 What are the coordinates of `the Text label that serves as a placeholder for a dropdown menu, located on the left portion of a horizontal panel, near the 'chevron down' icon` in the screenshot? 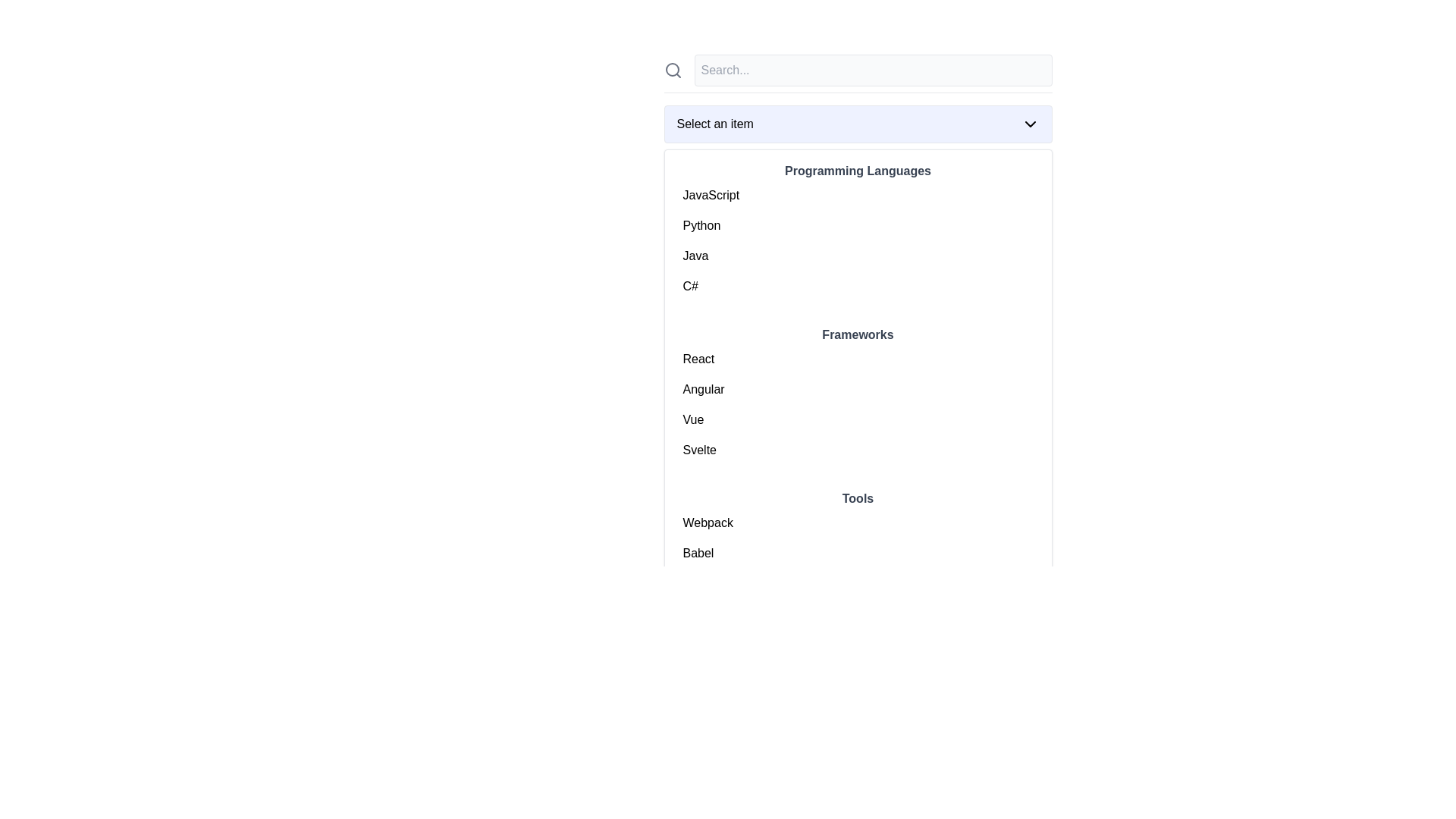 It's located at (714, 124).